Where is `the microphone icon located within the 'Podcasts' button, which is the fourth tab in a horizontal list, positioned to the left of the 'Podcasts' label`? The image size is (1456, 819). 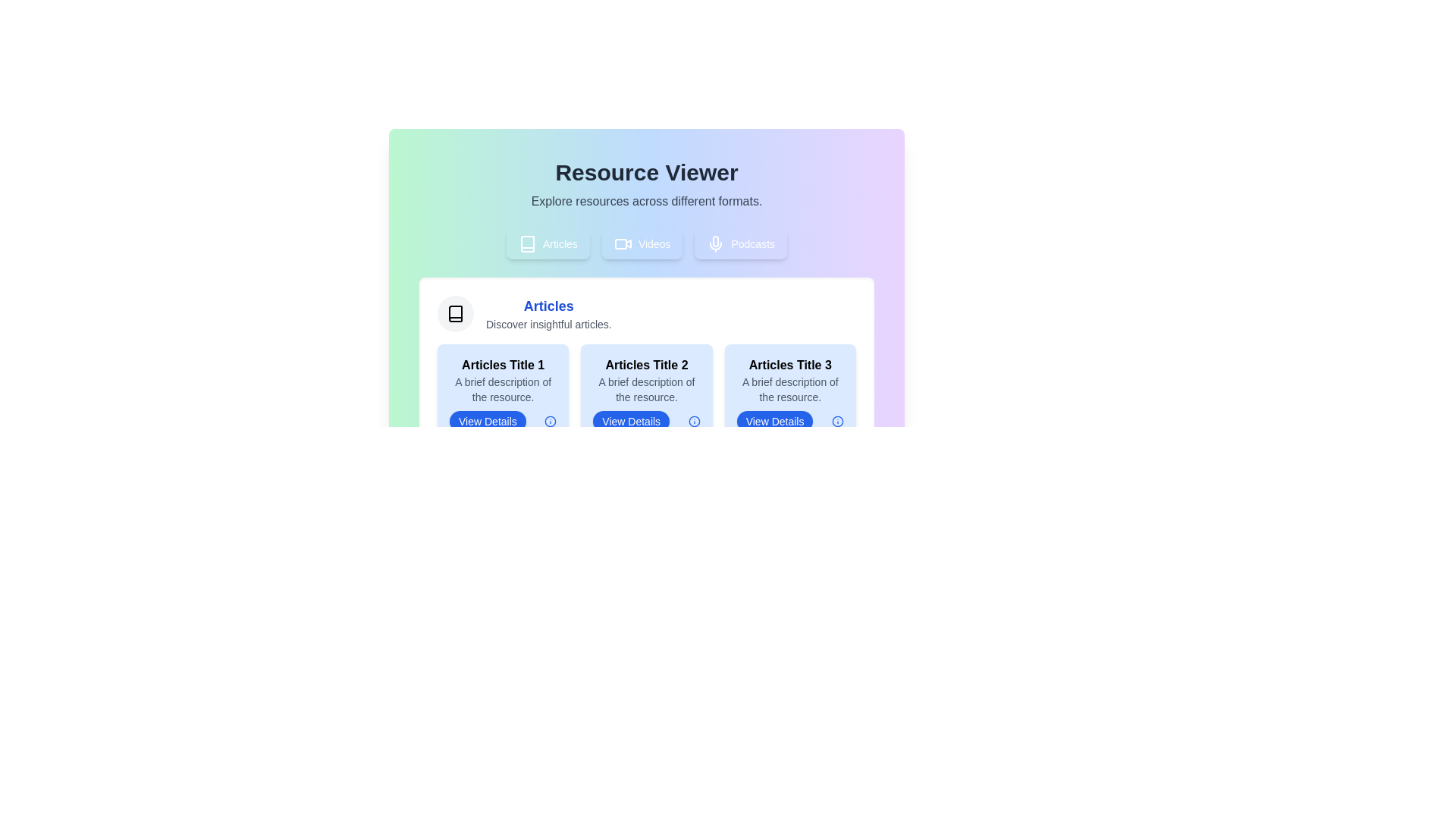 the microphone icon located within the 'Podcasts' button, which is the fourth tab in a horizontal list, positioned to the left of the 'Podcasts' label is located at coordinates (715, 243).